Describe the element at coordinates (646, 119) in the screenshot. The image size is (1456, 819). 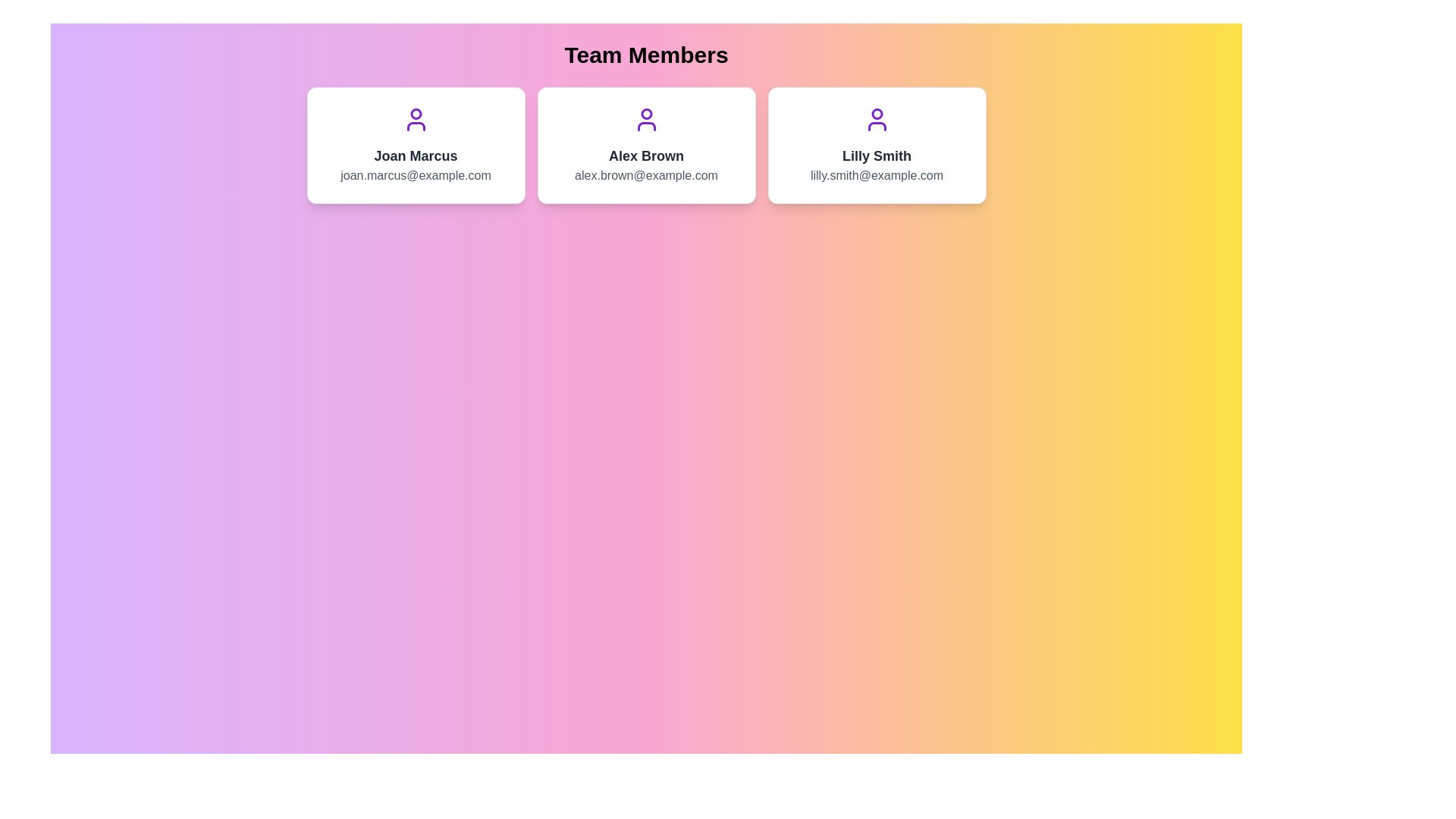
I see `the user profile icon for Alex Brown, which is located at the top of the card labeled 'Alex Brown'` at that location.